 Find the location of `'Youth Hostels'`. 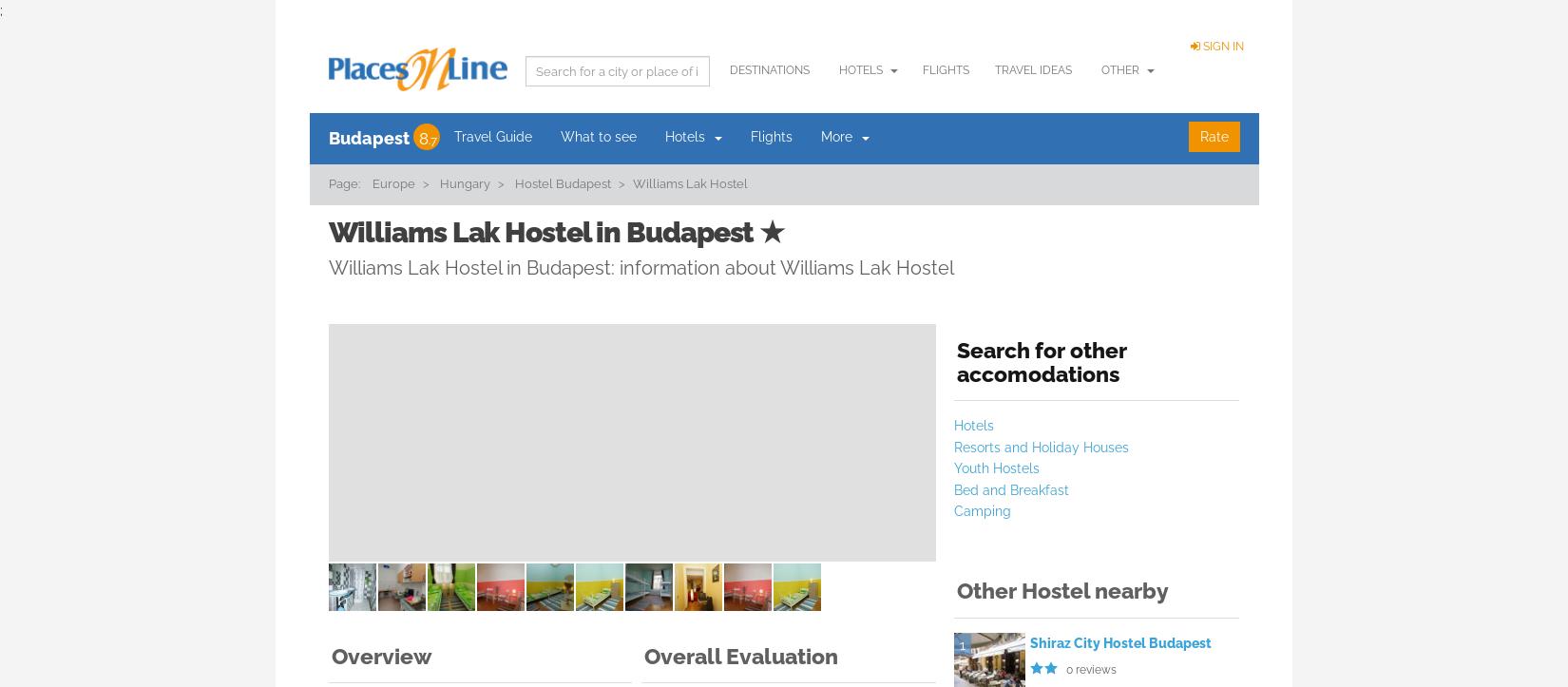

'Youth Hostels' is located at coordinates (997, 468).